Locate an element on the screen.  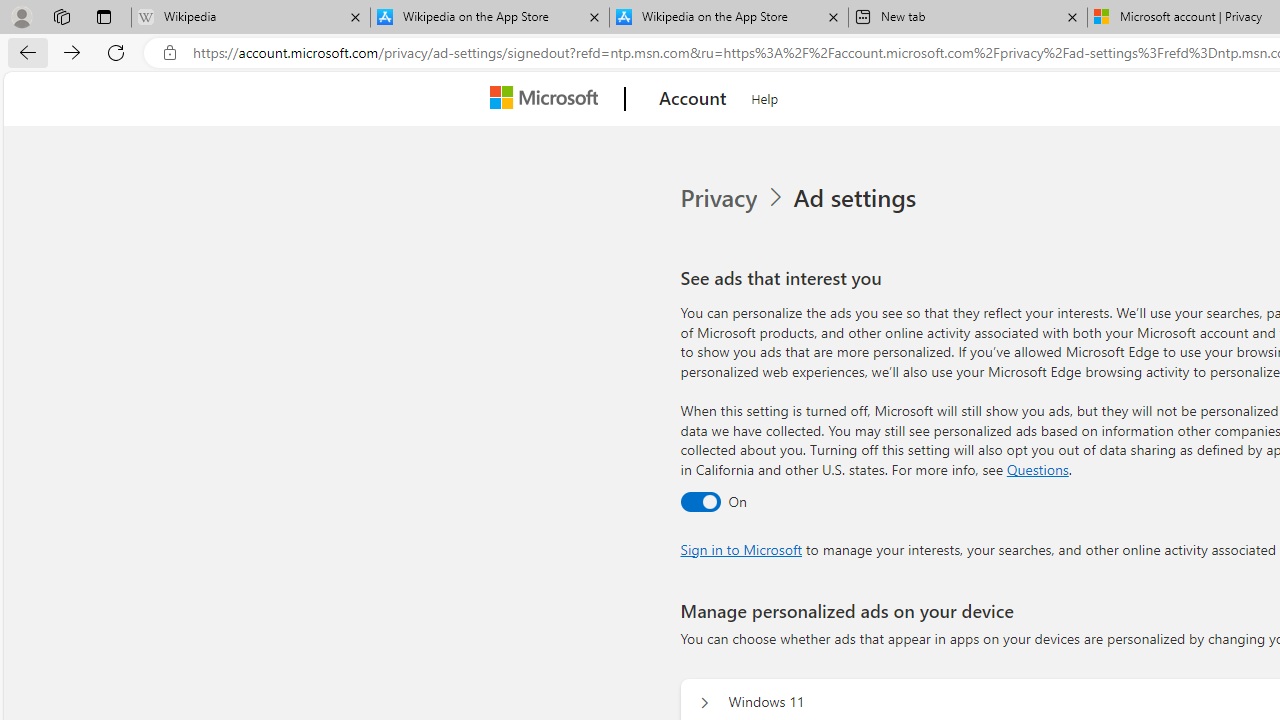
'Privacy' is located at coordinates (720, 198).